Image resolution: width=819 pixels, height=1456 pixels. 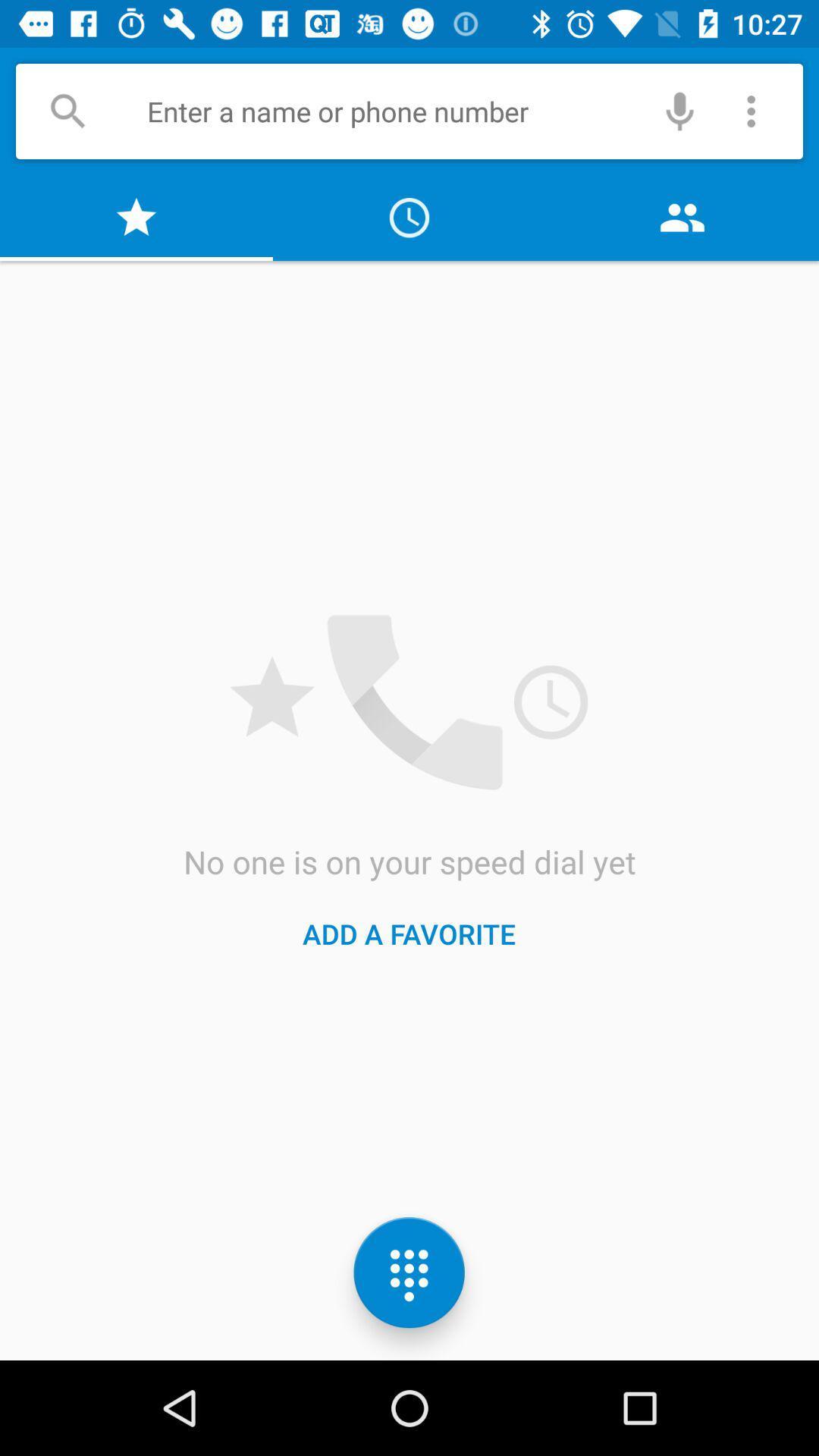 I want to click on the dialpad icon, so click(x=409, y=1272).